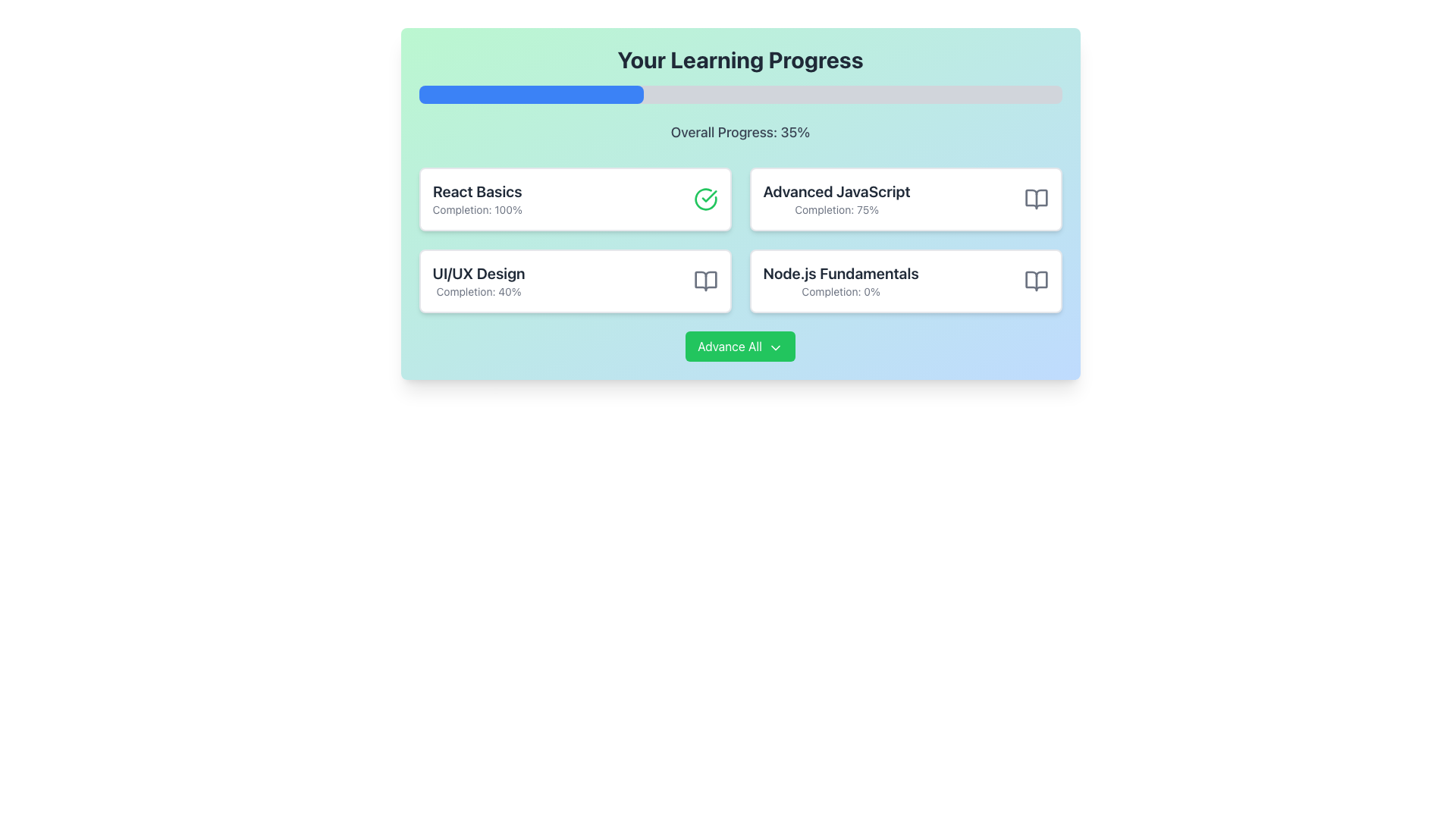  I want to click on text label displaying 'React Basics' located in the upper-left section of a card-like structure, so click(476, 191).